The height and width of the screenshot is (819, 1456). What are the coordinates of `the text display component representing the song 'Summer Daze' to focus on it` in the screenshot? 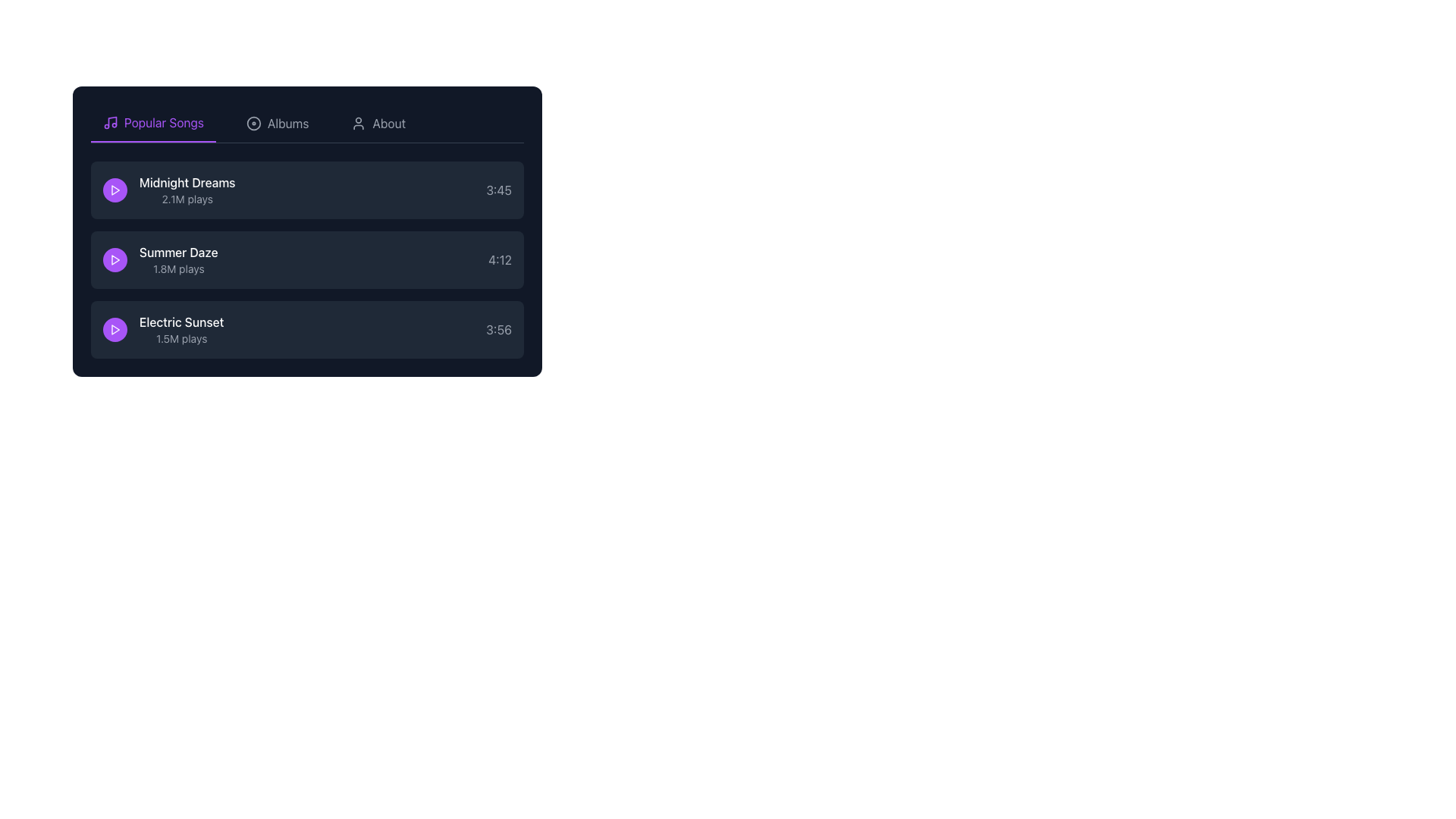 It's located at (160, 259).